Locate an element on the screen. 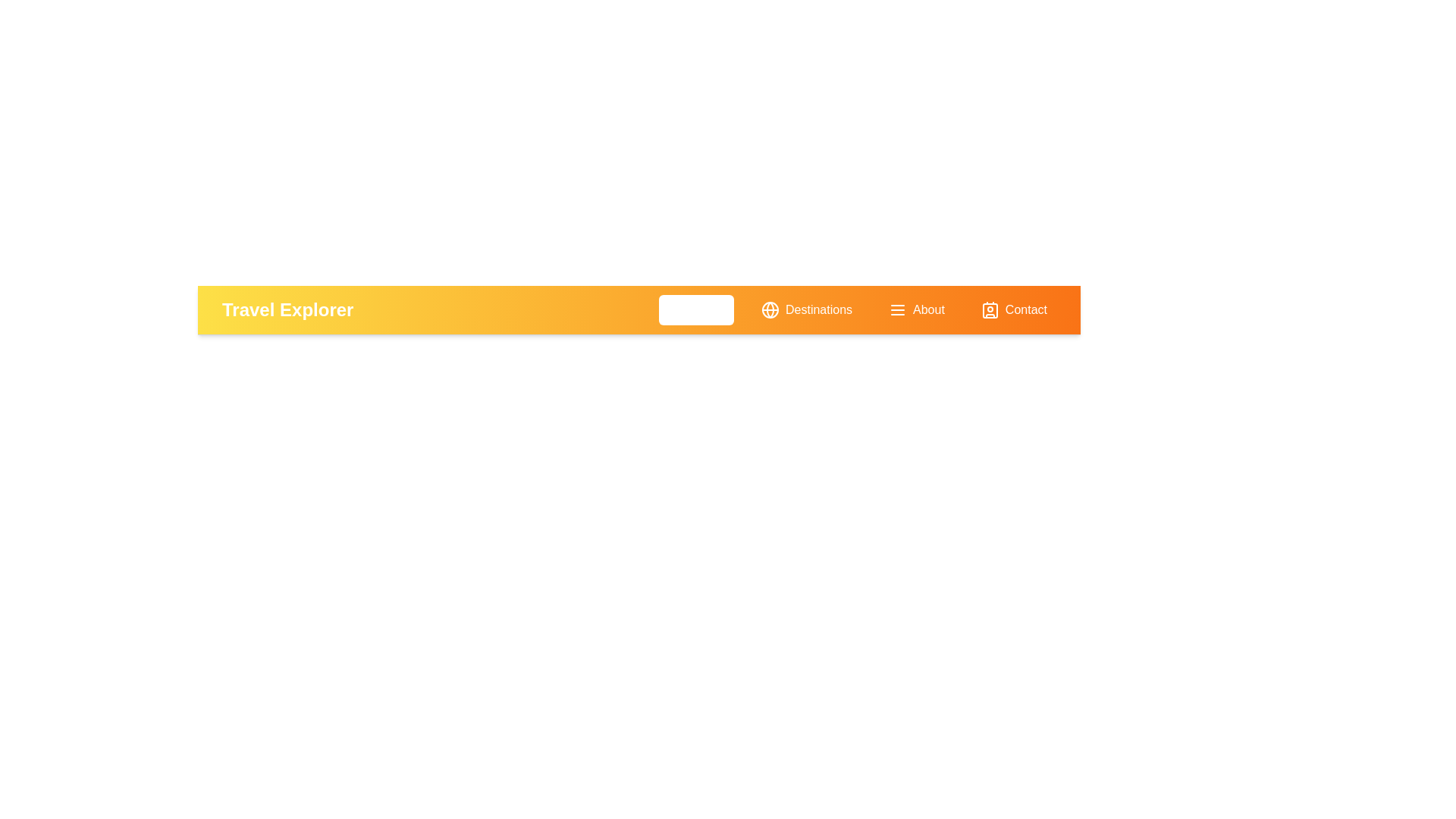 The image size is (1456, 819). the navigation button with an icon and text label is located at coordinates (806, 309).